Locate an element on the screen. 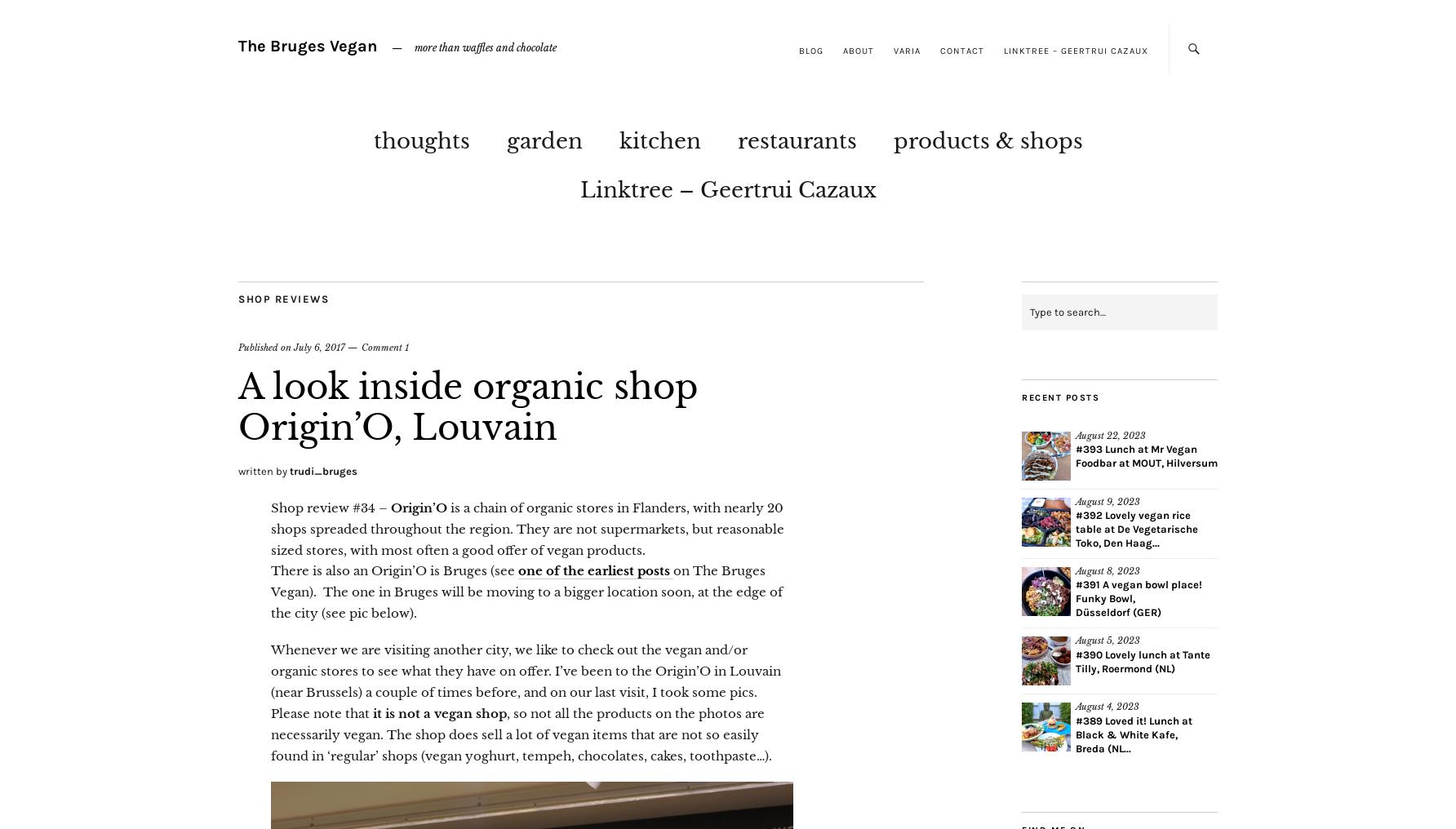 The height and width of the screenshot is (829, 1456). 'Blog' is located at coordinates (811, 50).